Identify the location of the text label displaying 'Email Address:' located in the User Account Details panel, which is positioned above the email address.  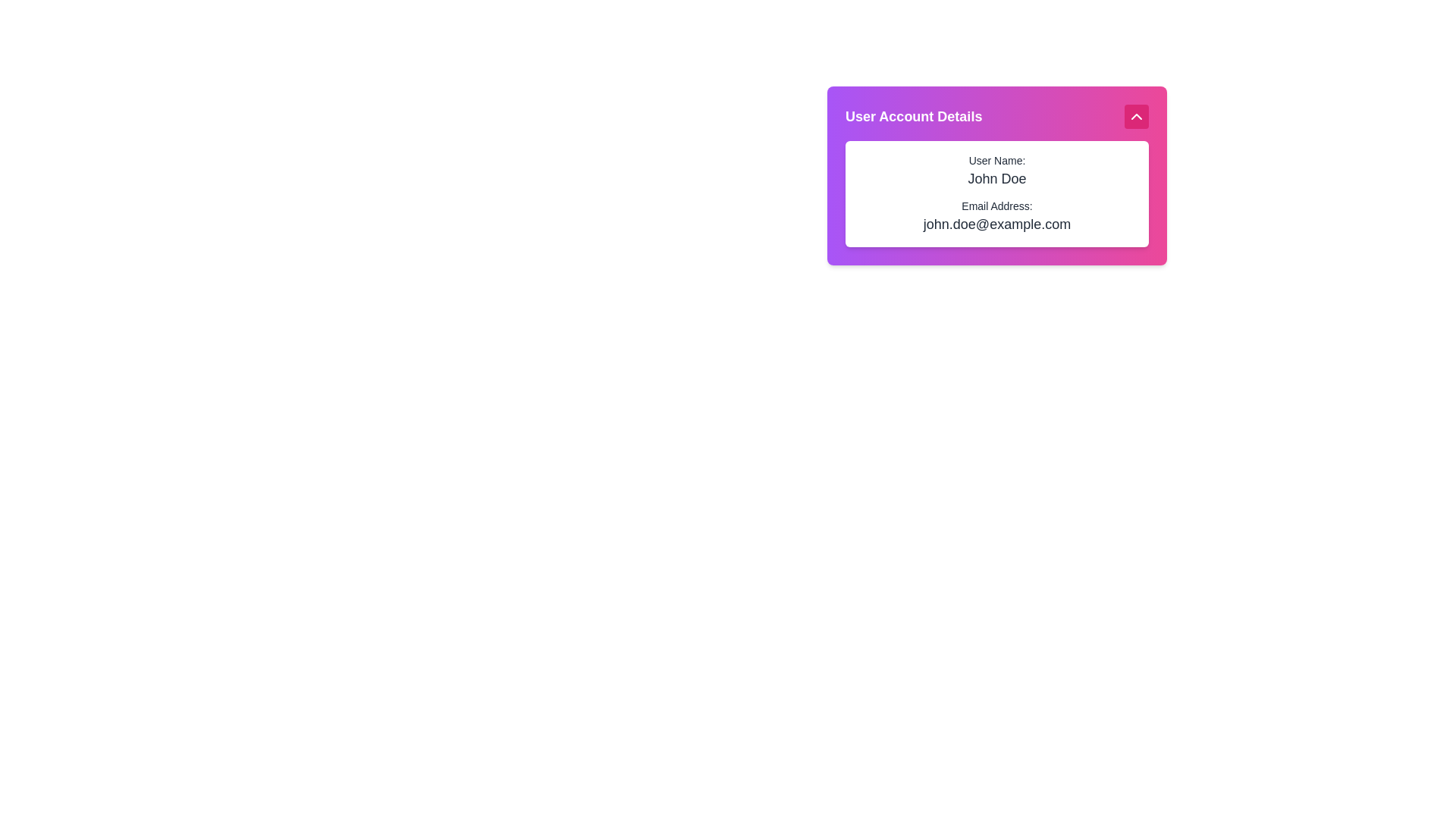
(997, 206).